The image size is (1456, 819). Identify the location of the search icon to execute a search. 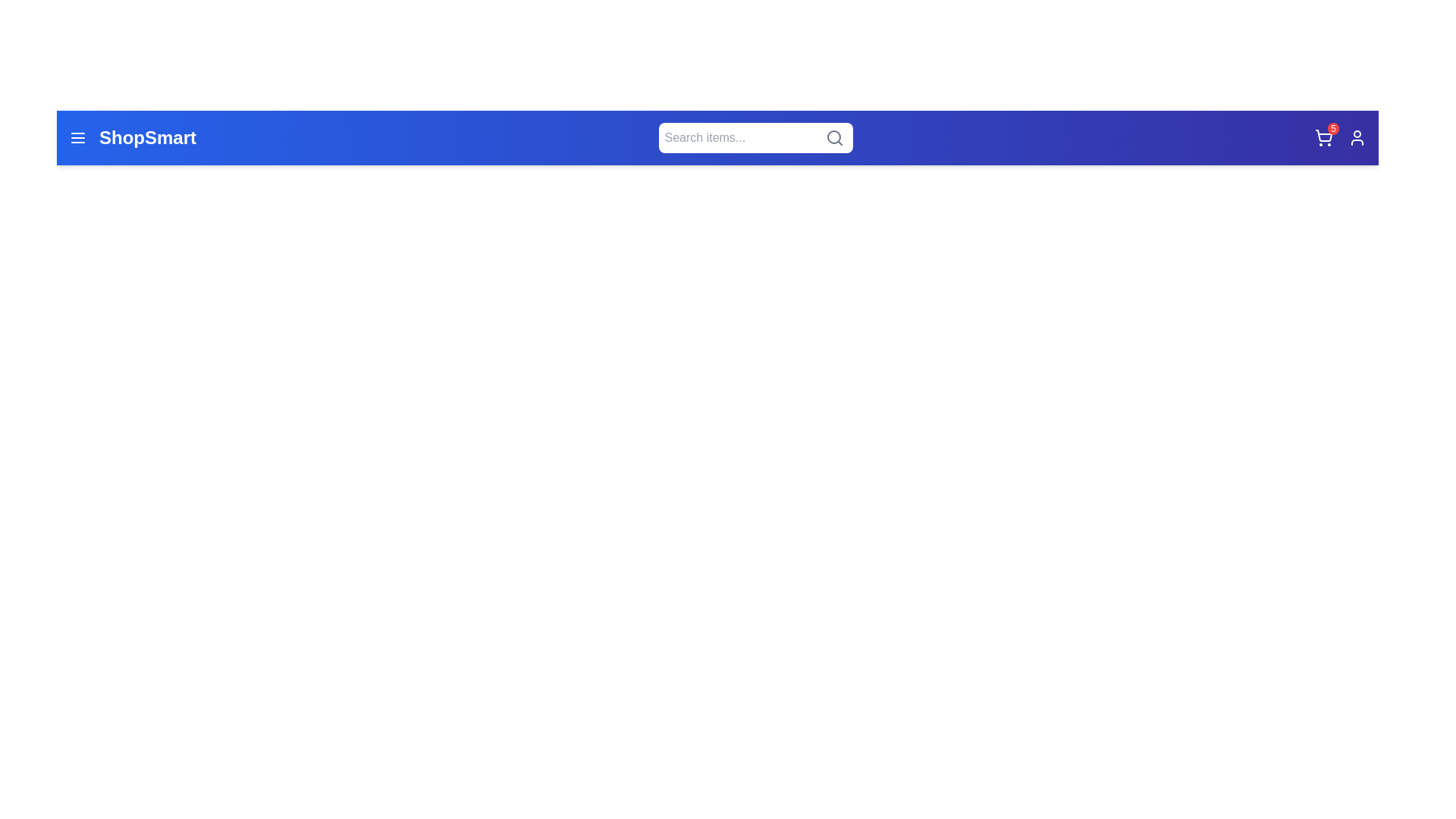
(833, 137).